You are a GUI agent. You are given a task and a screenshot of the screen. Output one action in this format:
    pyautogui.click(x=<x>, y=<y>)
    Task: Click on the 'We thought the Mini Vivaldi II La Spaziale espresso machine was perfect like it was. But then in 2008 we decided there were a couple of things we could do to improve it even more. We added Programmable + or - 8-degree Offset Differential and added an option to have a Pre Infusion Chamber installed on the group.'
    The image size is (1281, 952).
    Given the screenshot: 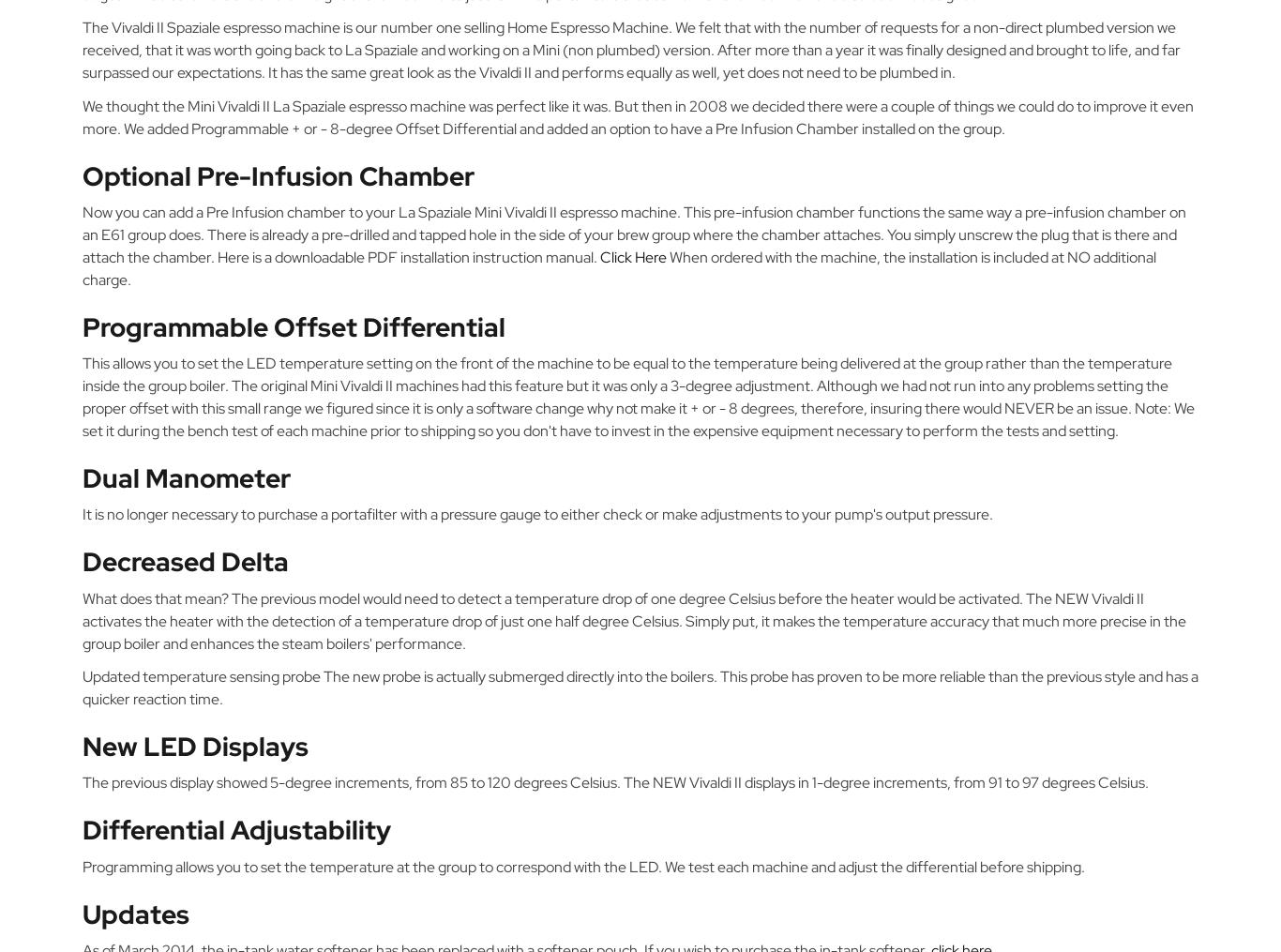 What is the action you would take?
    pyautogui.click(x=637, y=116)
    